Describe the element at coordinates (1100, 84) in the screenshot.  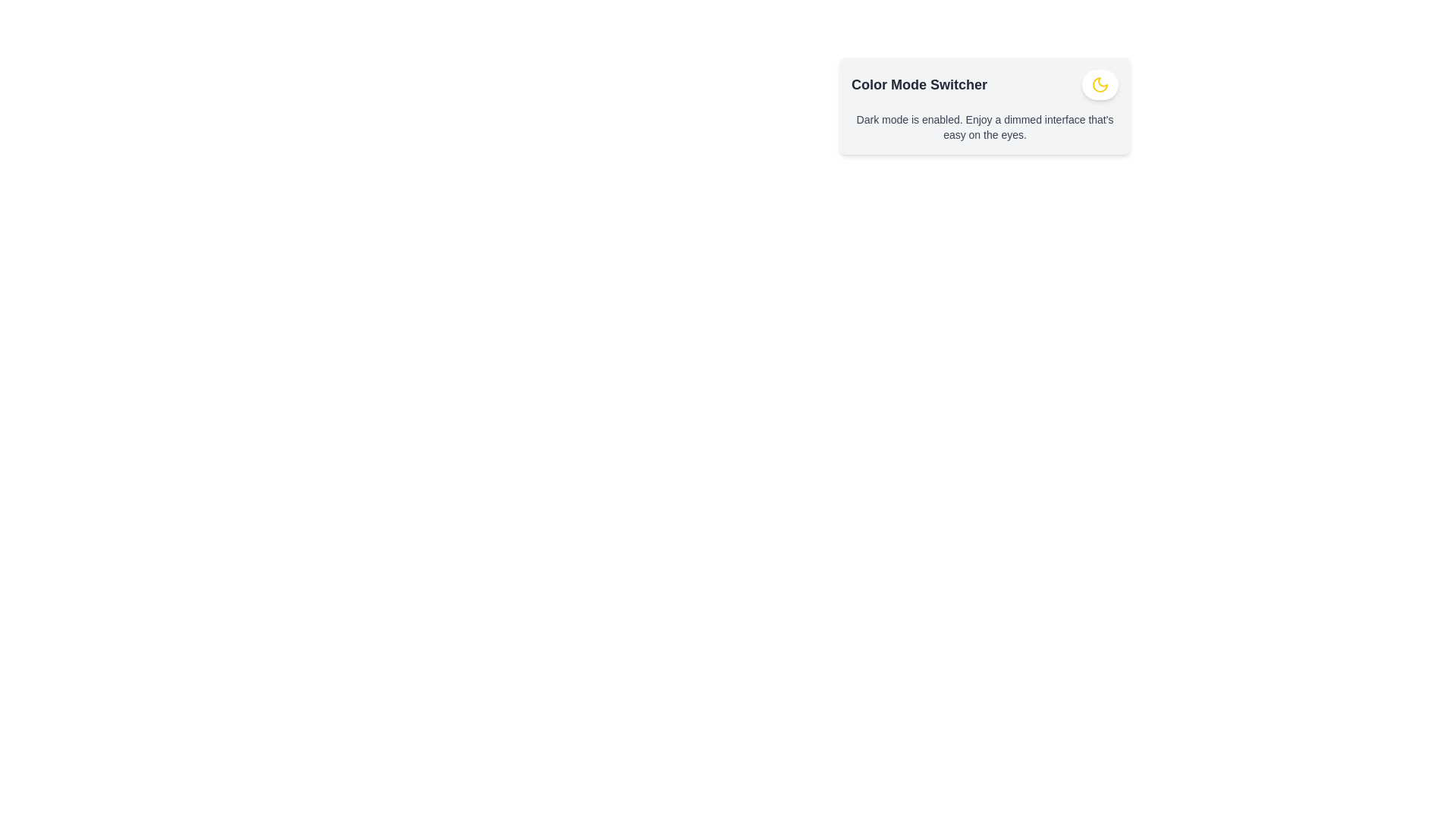
I see `the icon in the upper-right corner of the 'Color Mode Switcher' panel` at that location.